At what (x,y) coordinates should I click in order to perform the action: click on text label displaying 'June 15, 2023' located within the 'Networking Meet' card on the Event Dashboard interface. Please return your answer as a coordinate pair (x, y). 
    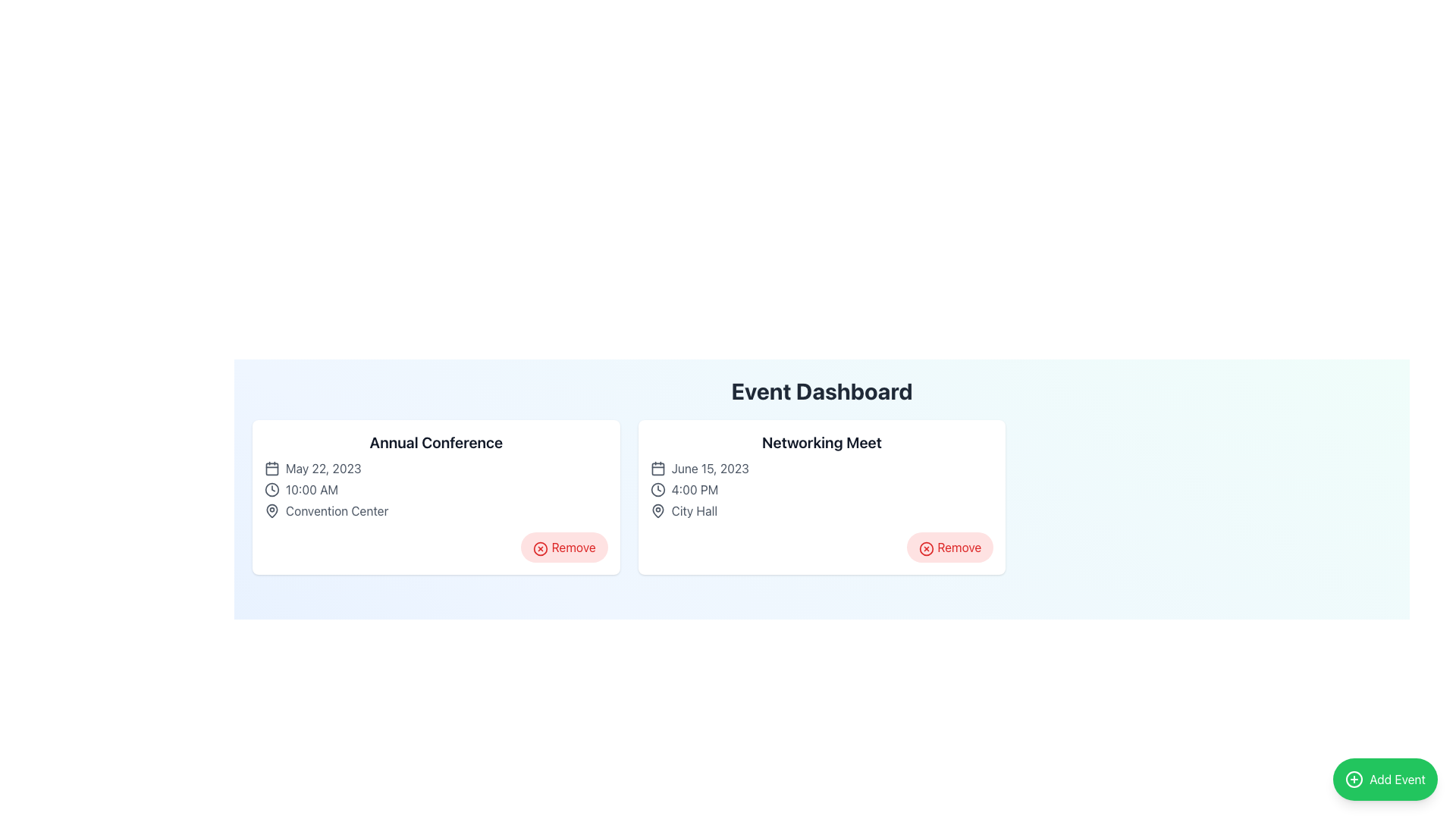
    Looking at the image, I should click on (709, 467).